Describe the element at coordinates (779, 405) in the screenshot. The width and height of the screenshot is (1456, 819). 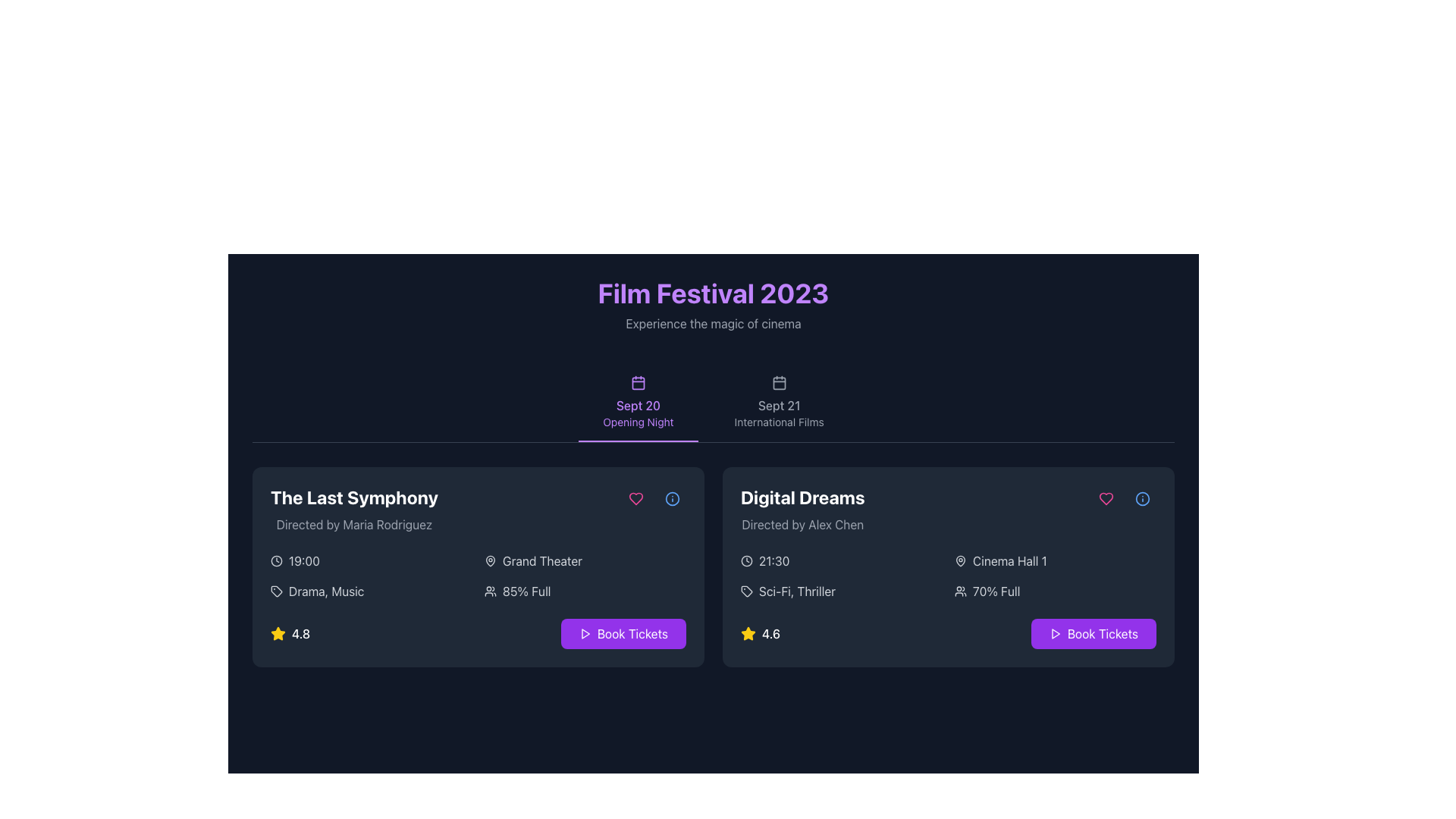
I see `the text label displaying 'Sept 21', which is styled in light gray and centered above 'International Films', indicating the main date representation for the section` at that location.